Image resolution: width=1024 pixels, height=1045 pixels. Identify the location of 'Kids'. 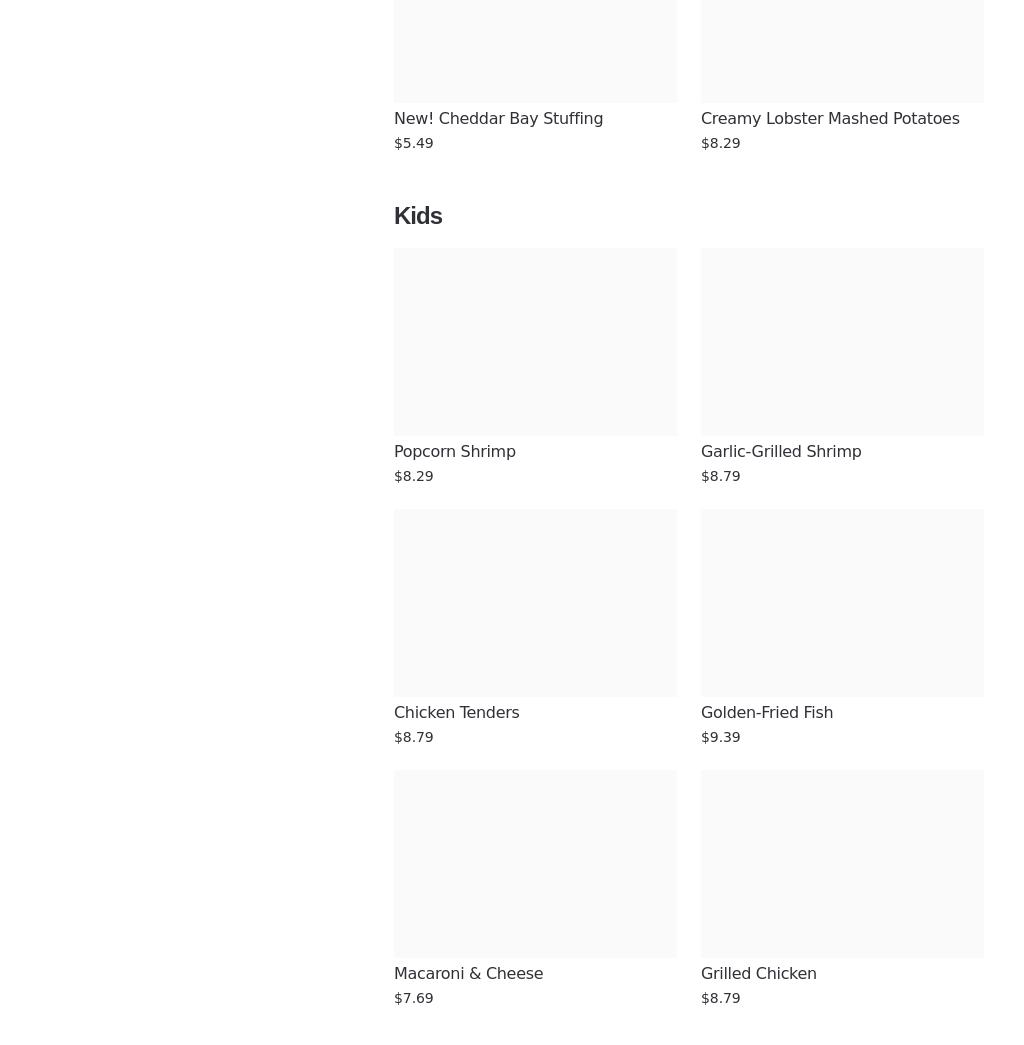
(416, 215).